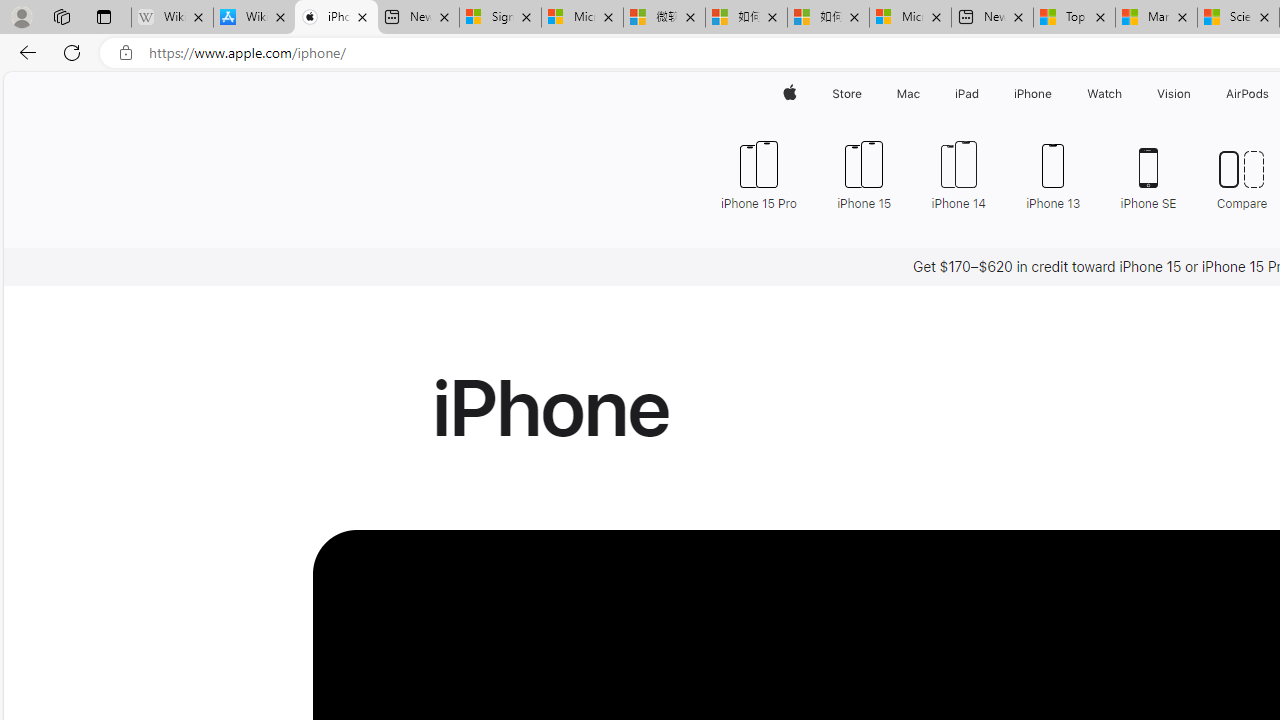 The image size is (1280, 720). Describe the element at coordinates (909, 17) in the screenshot. I see `'Microsoft account | Account Checkup'` at that location.